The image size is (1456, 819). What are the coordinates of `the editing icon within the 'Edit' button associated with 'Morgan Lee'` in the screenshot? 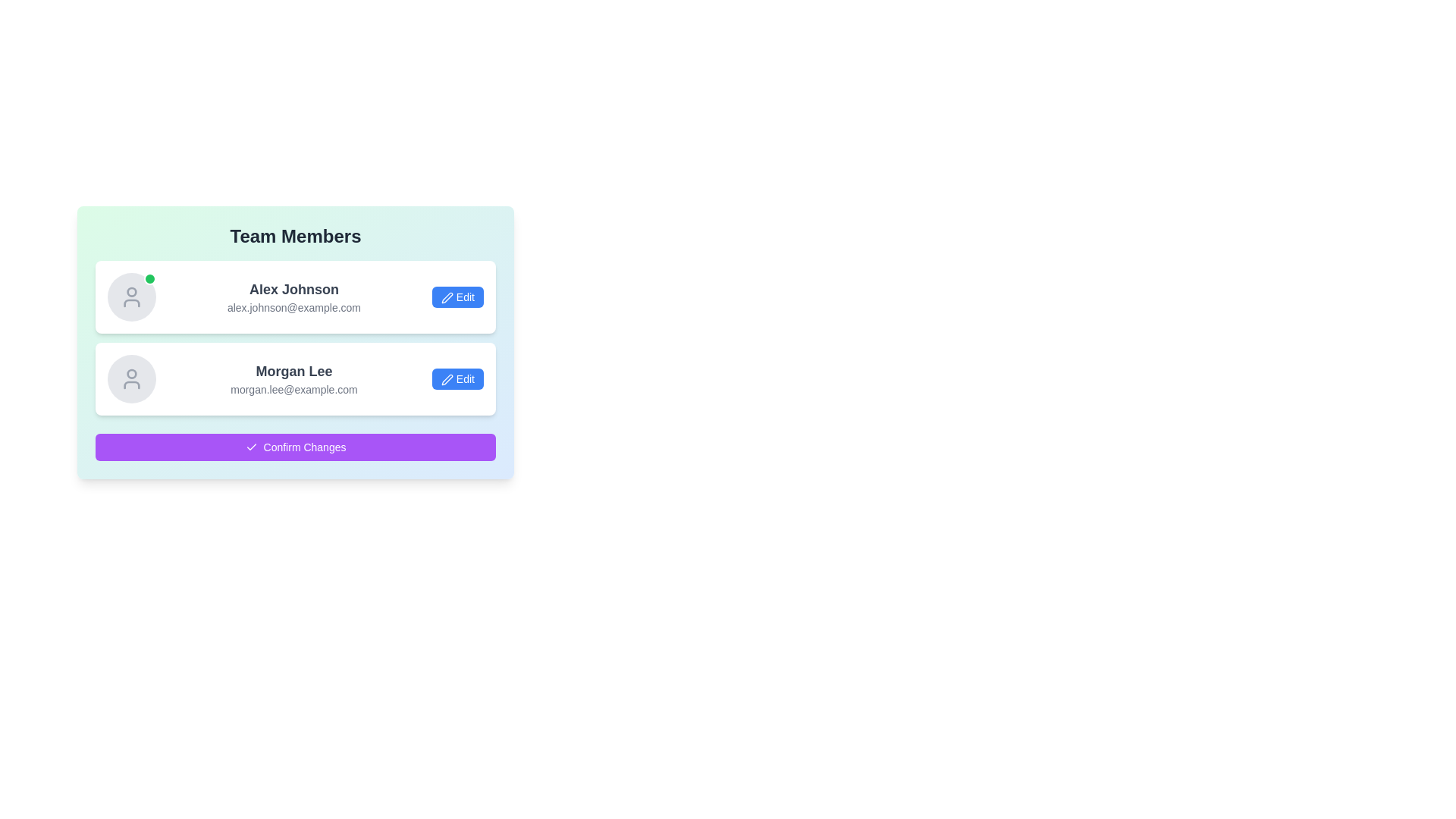 It's located at (447, 379).